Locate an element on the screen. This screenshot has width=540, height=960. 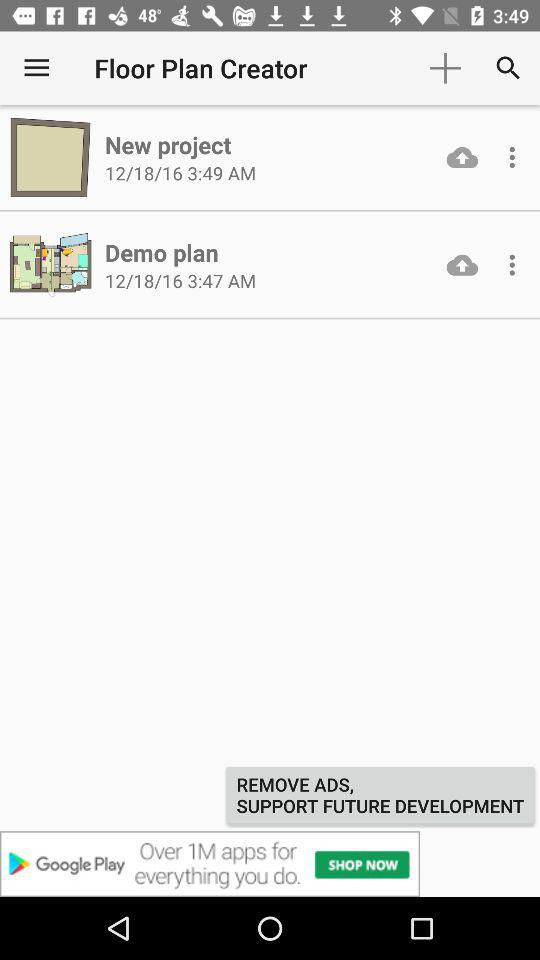
open advertisement is located at coordinates (270, 863).